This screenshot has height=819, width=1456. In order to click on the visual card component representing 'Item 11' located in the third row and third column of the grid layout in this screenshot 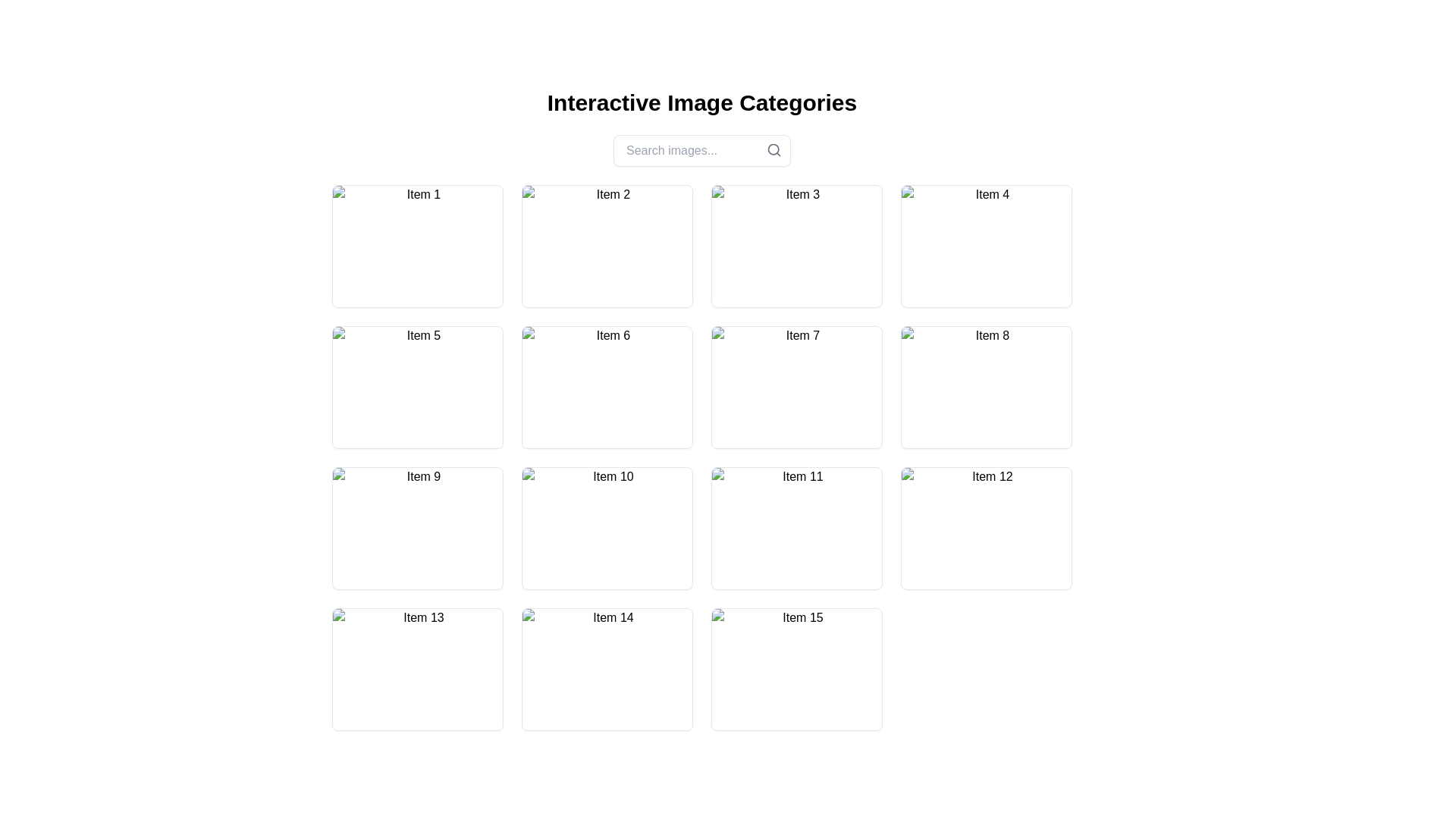, I will do `click(796, 528)`.